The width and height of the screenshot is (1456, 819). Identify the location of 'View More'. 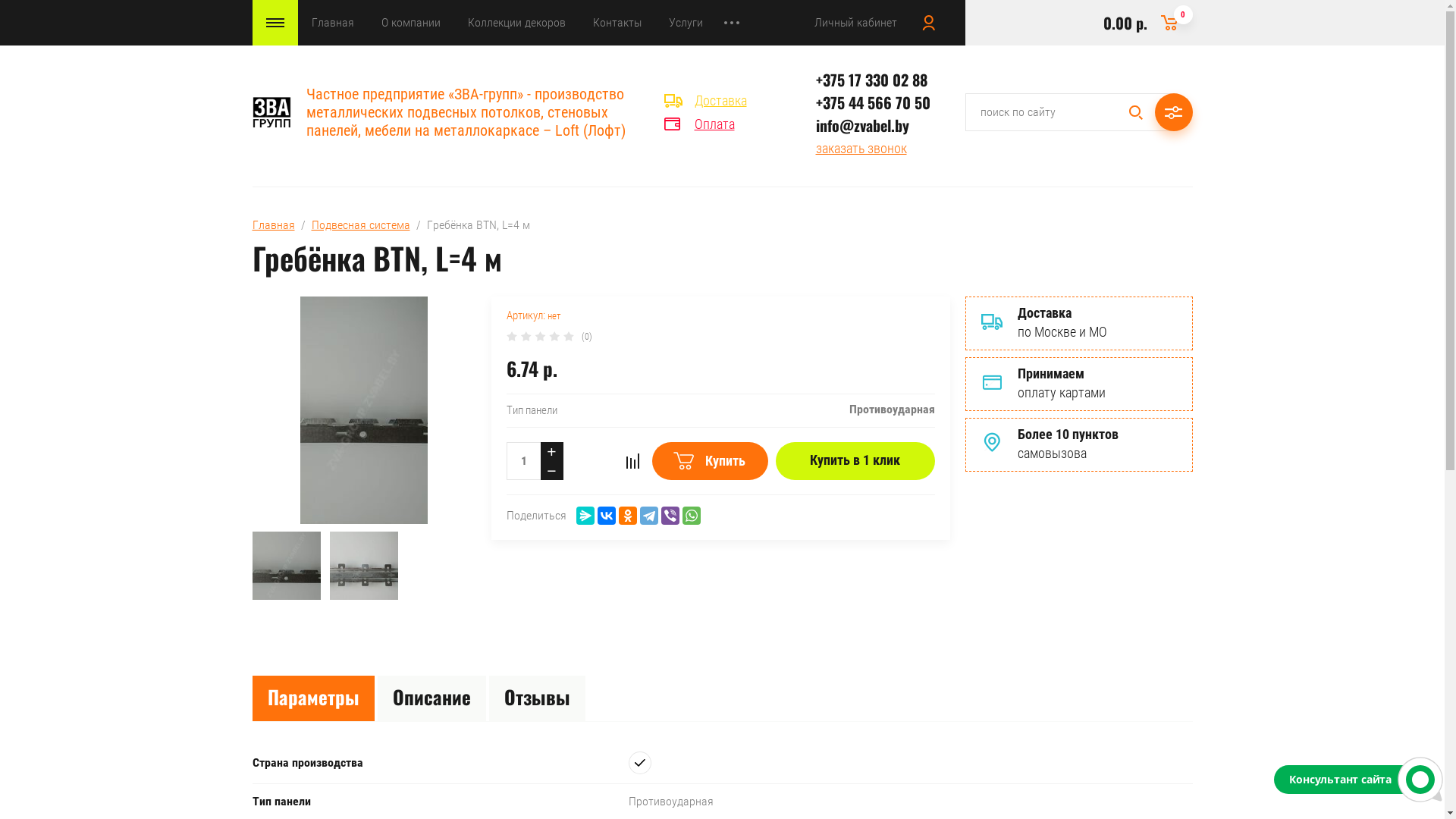
(731, 23).